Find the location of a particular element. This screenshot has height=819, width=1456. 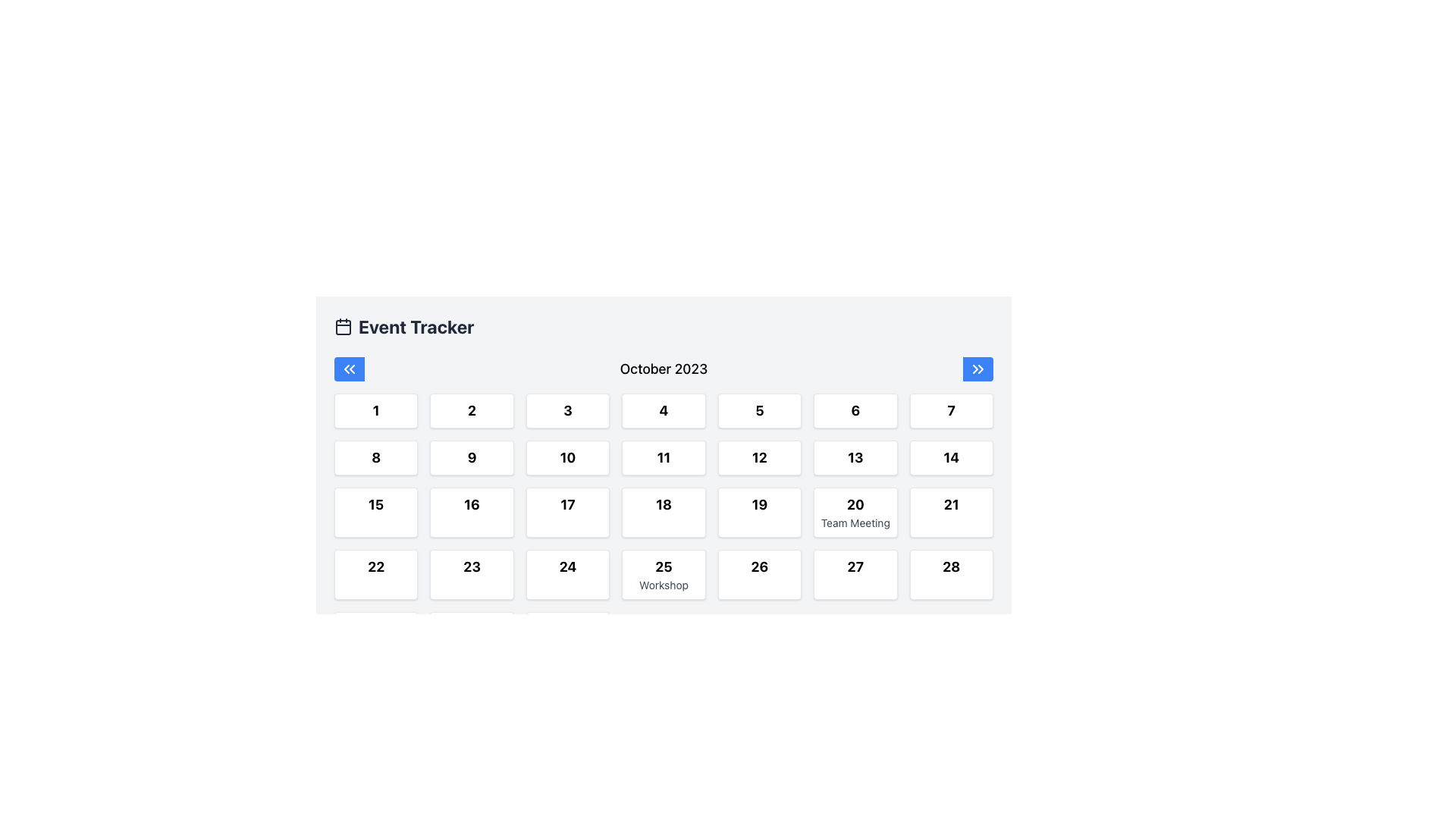

the bold text displaying the number '4' in the first row and fourth column of the calendar grid, which is within a white rectangular cell with rounded edges is located at coordinates (664, 411).